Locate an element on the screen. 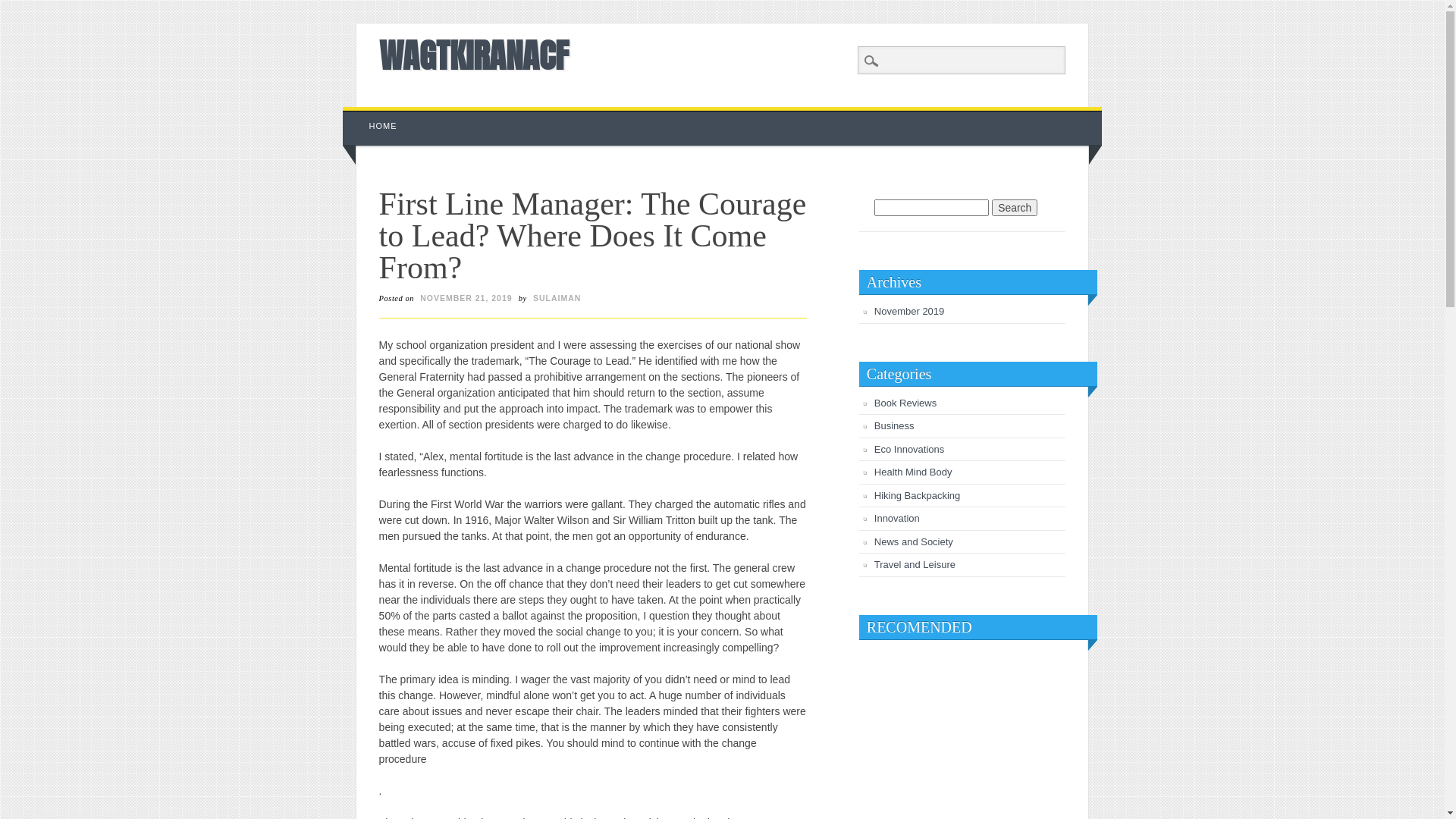  'Health Mind Body' is located at coordinates (874, 471).